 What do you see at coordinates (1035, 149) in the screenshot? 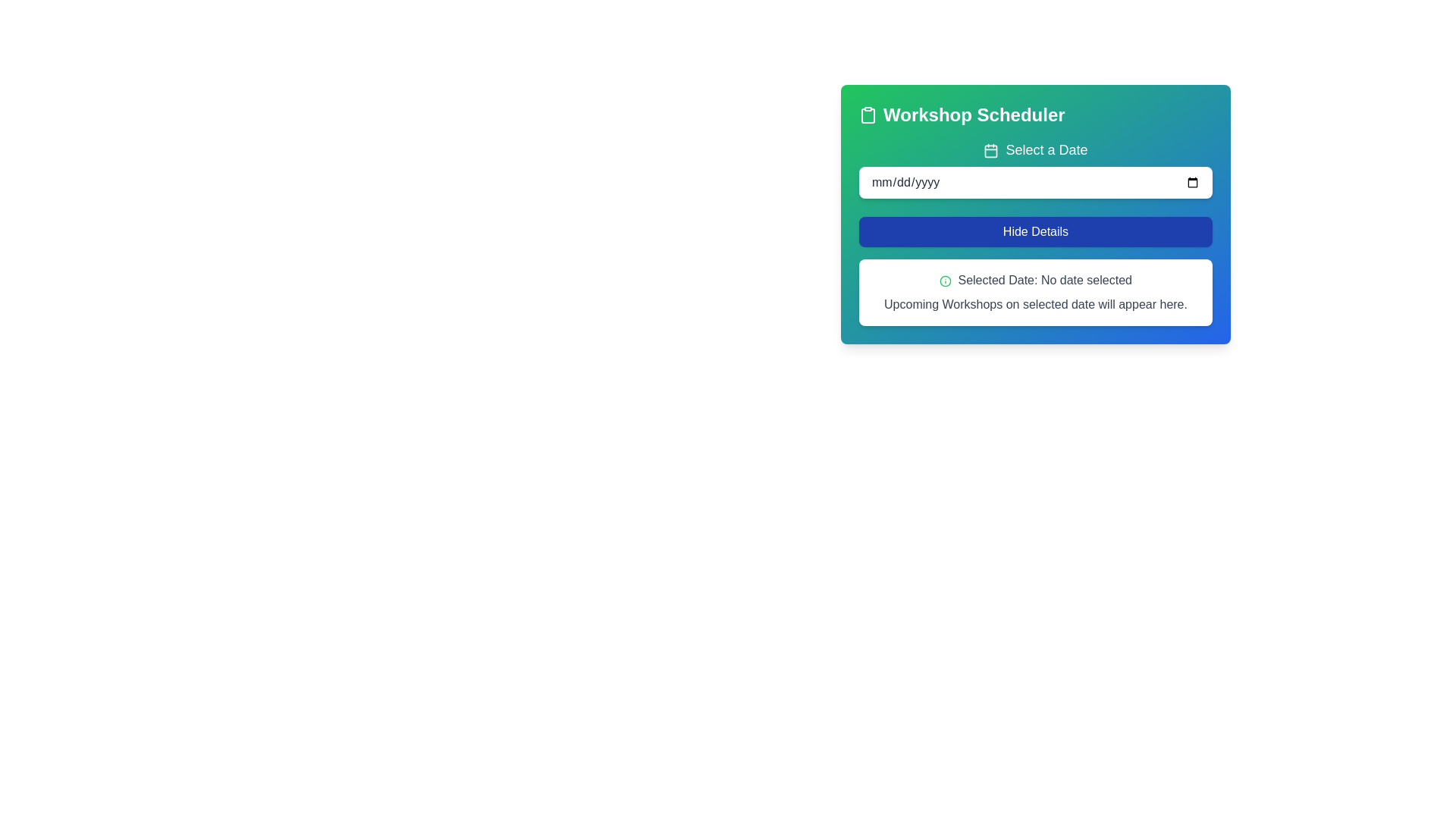
I see `the label element that provides instructions for the date input field located above the white input field with placeholder text 'mm/dd/yyyy'` at bounding box center [1035, 149].